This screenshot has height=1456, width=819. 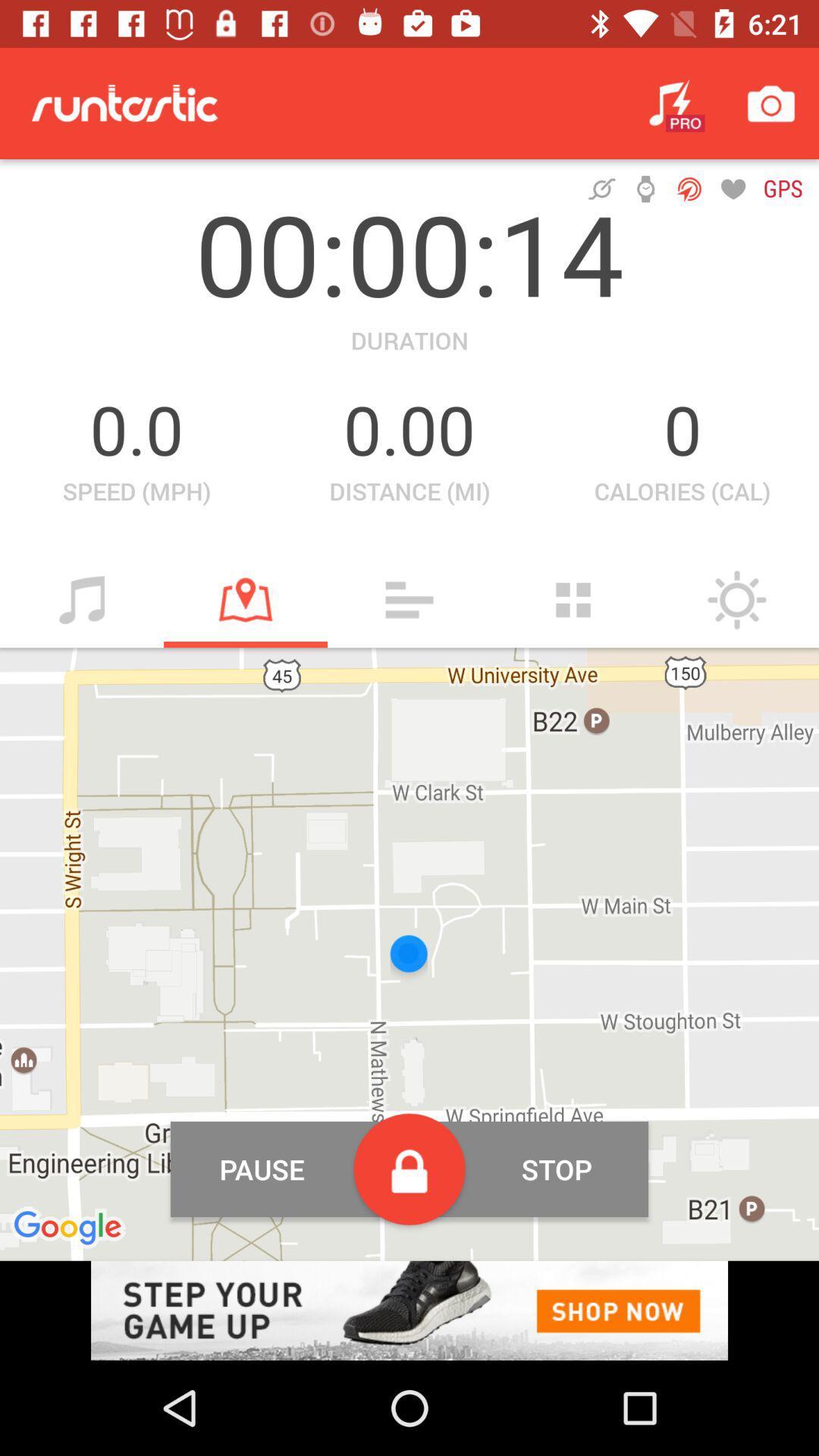 What do you see at coordinates (82, 599) in the screenshot?
I see `music` at bounding box center [82, 599].